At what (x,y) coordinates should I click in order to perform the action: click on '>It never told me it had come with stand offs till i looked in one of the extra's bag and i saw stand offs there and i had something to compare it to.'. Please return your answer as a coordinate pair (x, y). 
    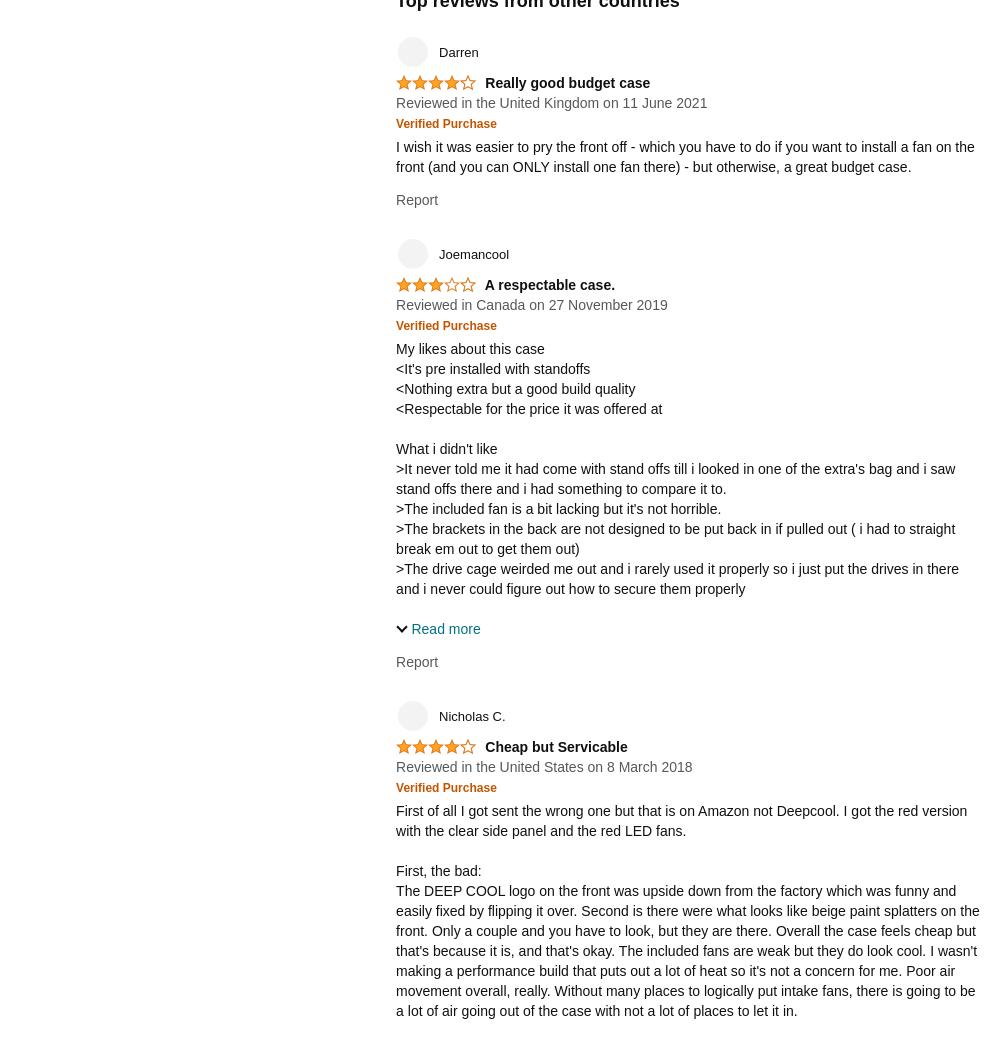
    Looking at the image, I should click on (675, 478).